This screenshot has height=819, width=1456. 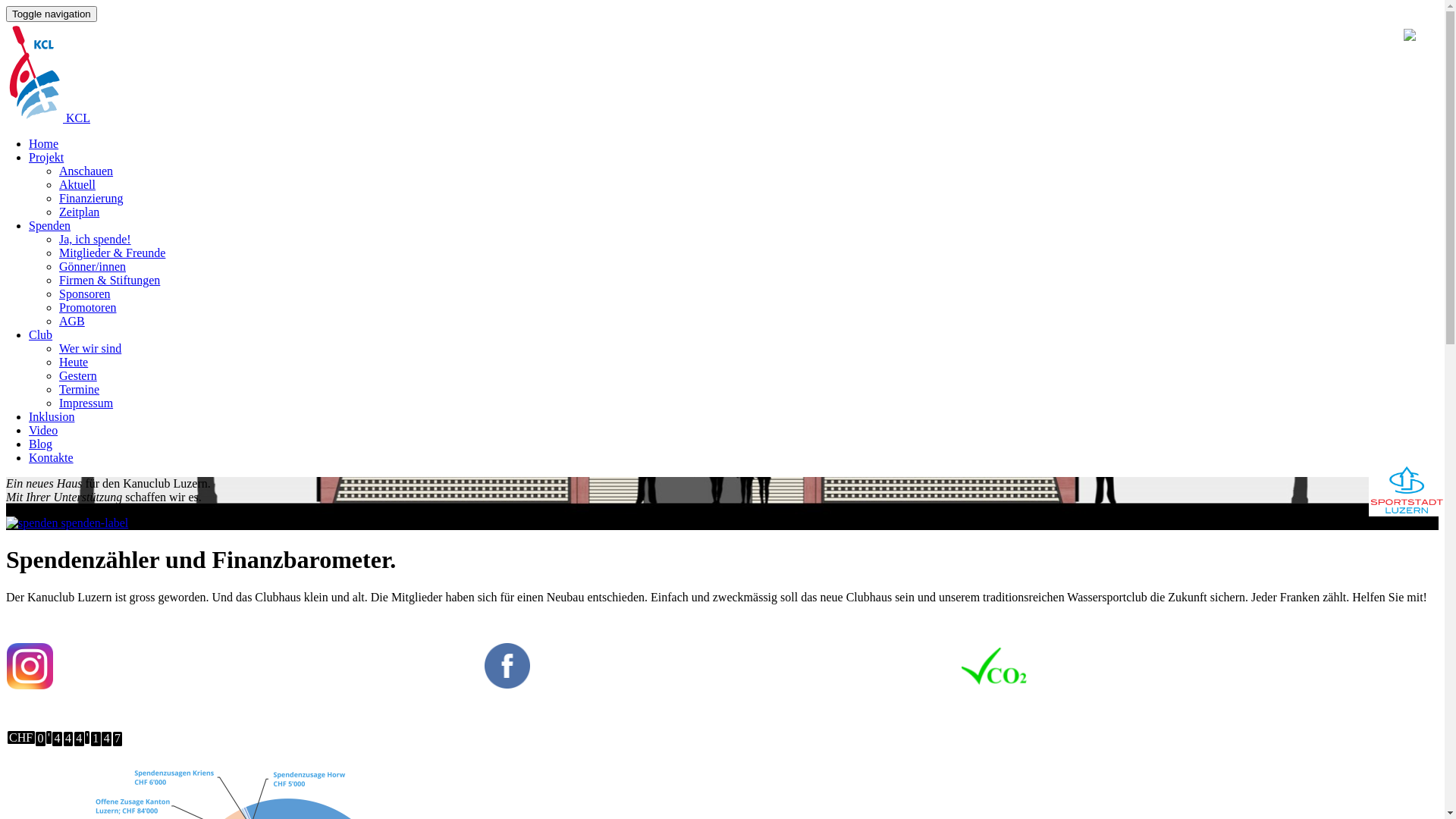 I want to click on 'Club', so click(x=29, y=334).